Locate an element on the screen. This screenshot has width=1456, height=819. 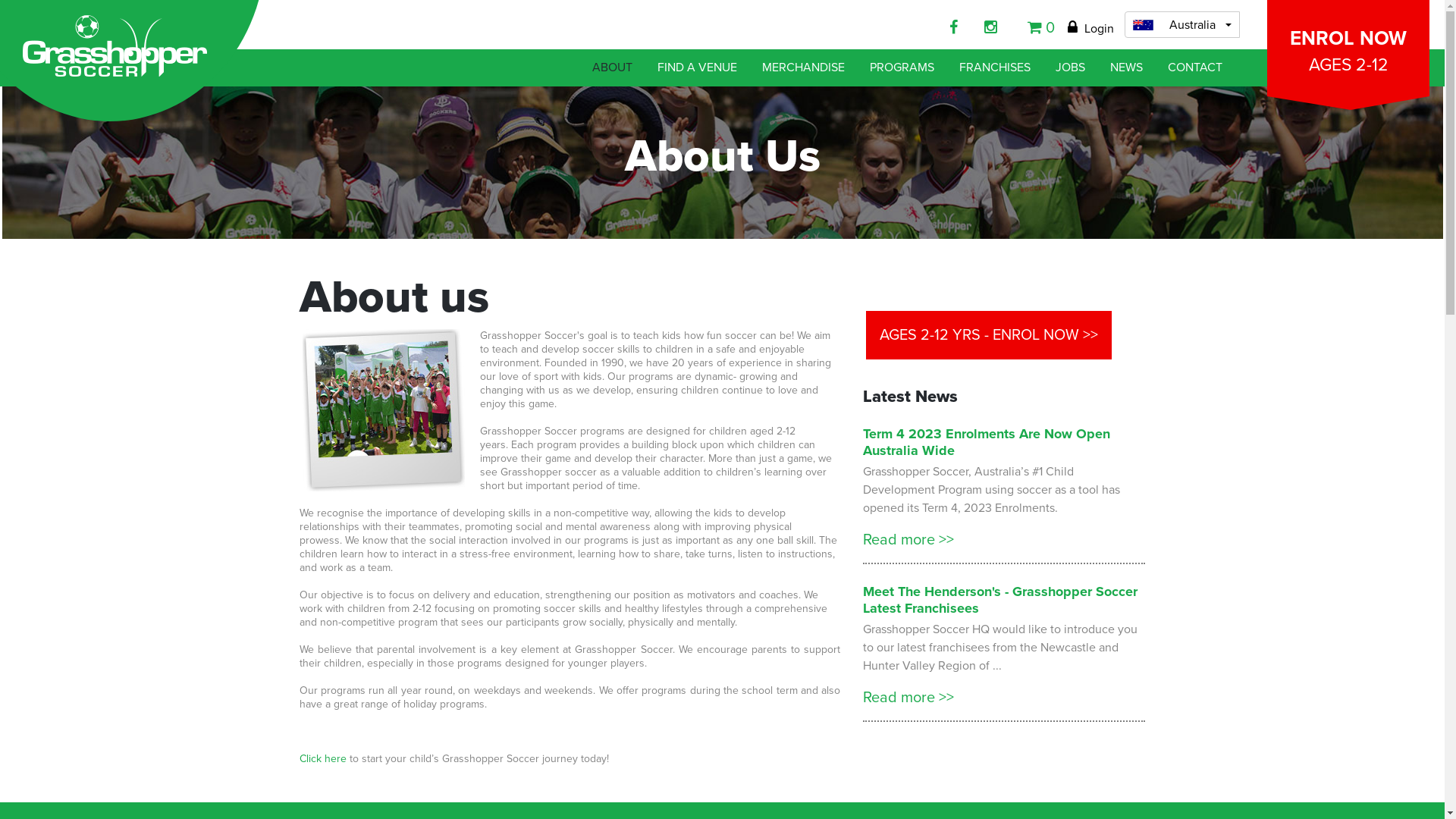
'ENROL NOW is located at coordinates (1348, 47).